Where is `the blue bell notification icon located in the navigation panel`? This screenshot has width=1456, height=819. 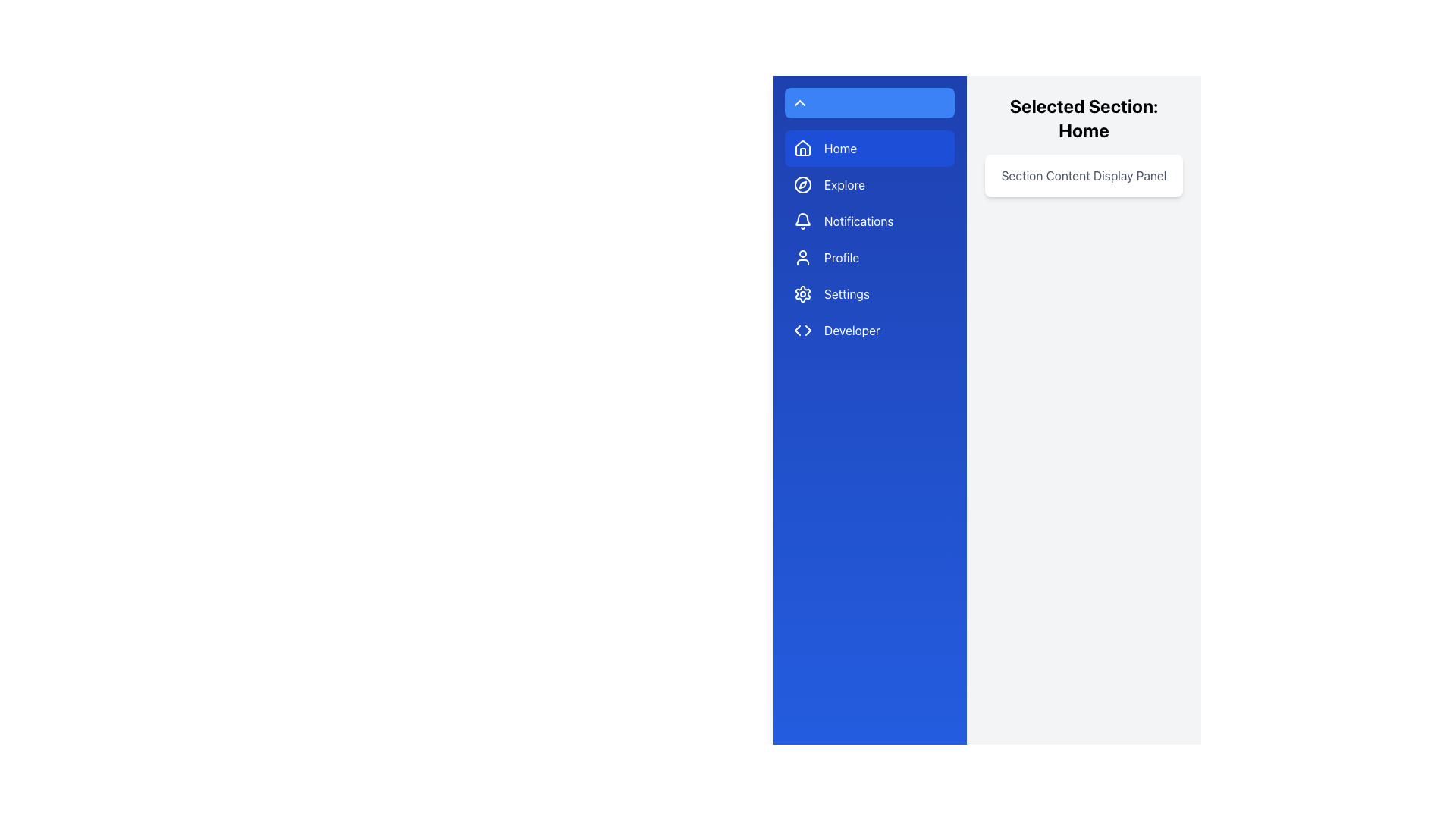 the blue bell notification icon located in the navigation panel is located at coordinates (802, 219).